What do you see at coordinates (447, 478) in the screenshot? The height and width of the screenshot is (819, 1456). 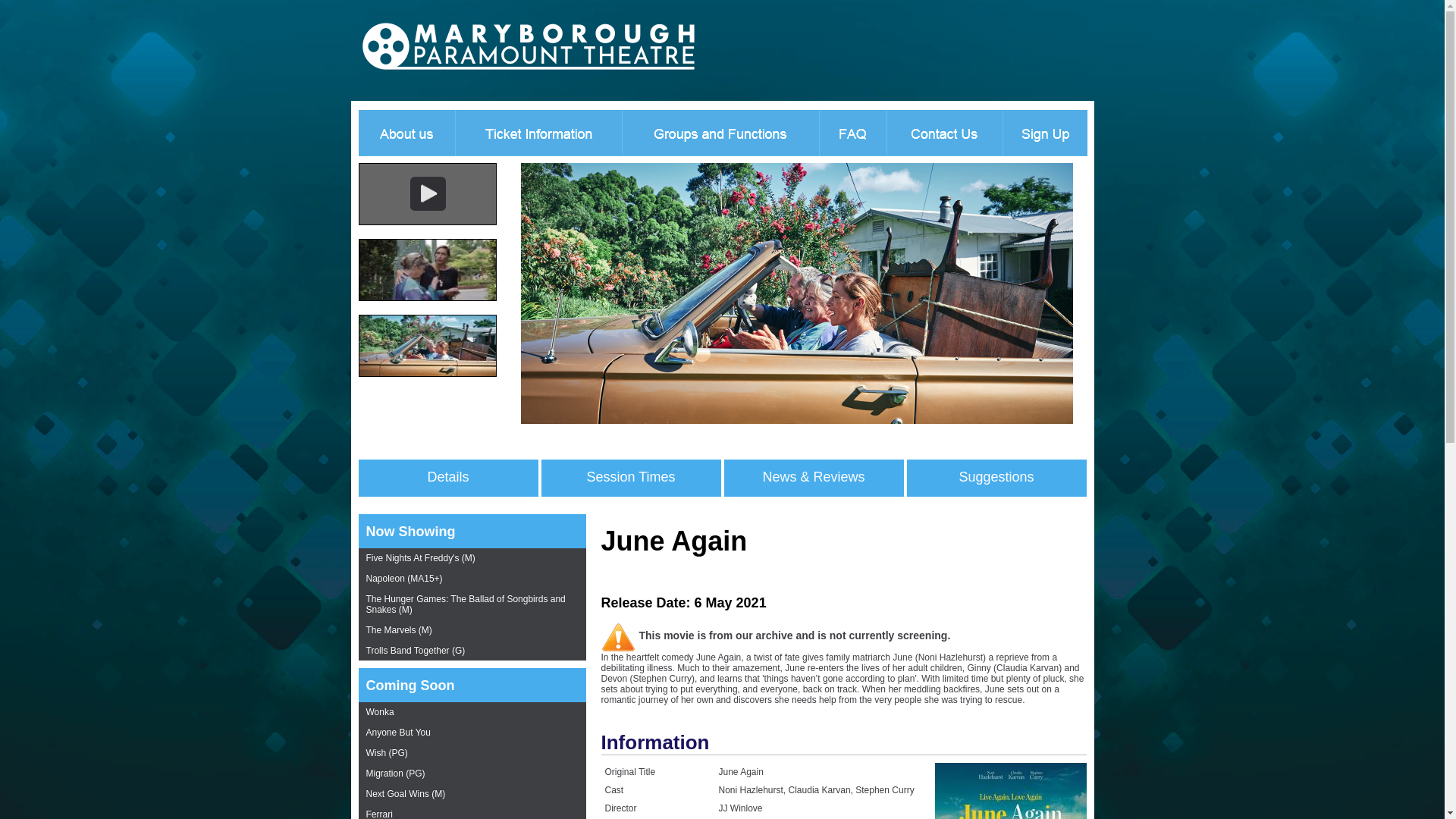 I see `'Details'` at bounding box center [447, 478].